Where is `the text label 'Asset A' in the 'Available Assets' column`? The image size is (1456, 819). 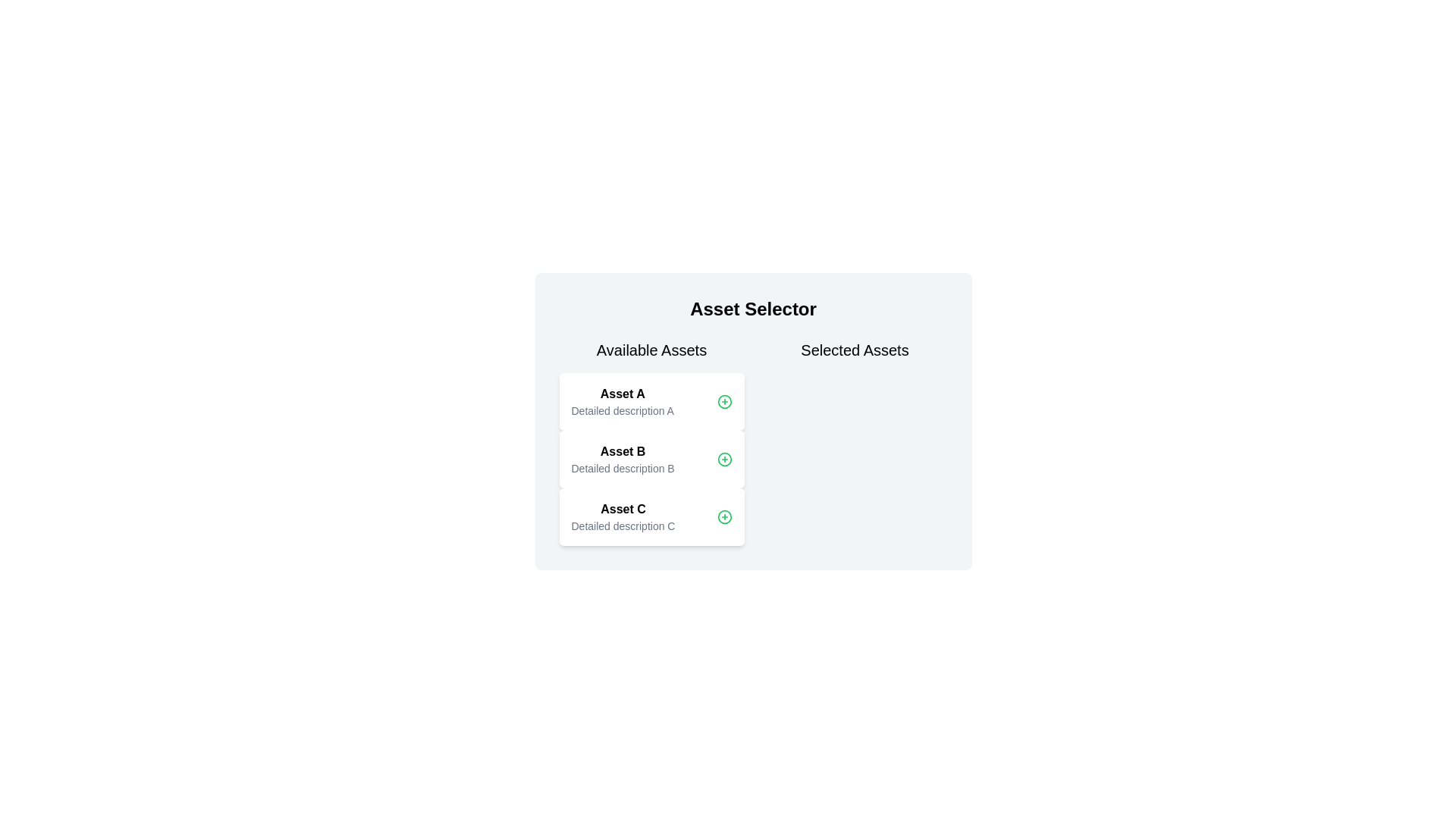
the text label 'Asset A' in the 'Available Assets' column is located at coordinates (623, 400).